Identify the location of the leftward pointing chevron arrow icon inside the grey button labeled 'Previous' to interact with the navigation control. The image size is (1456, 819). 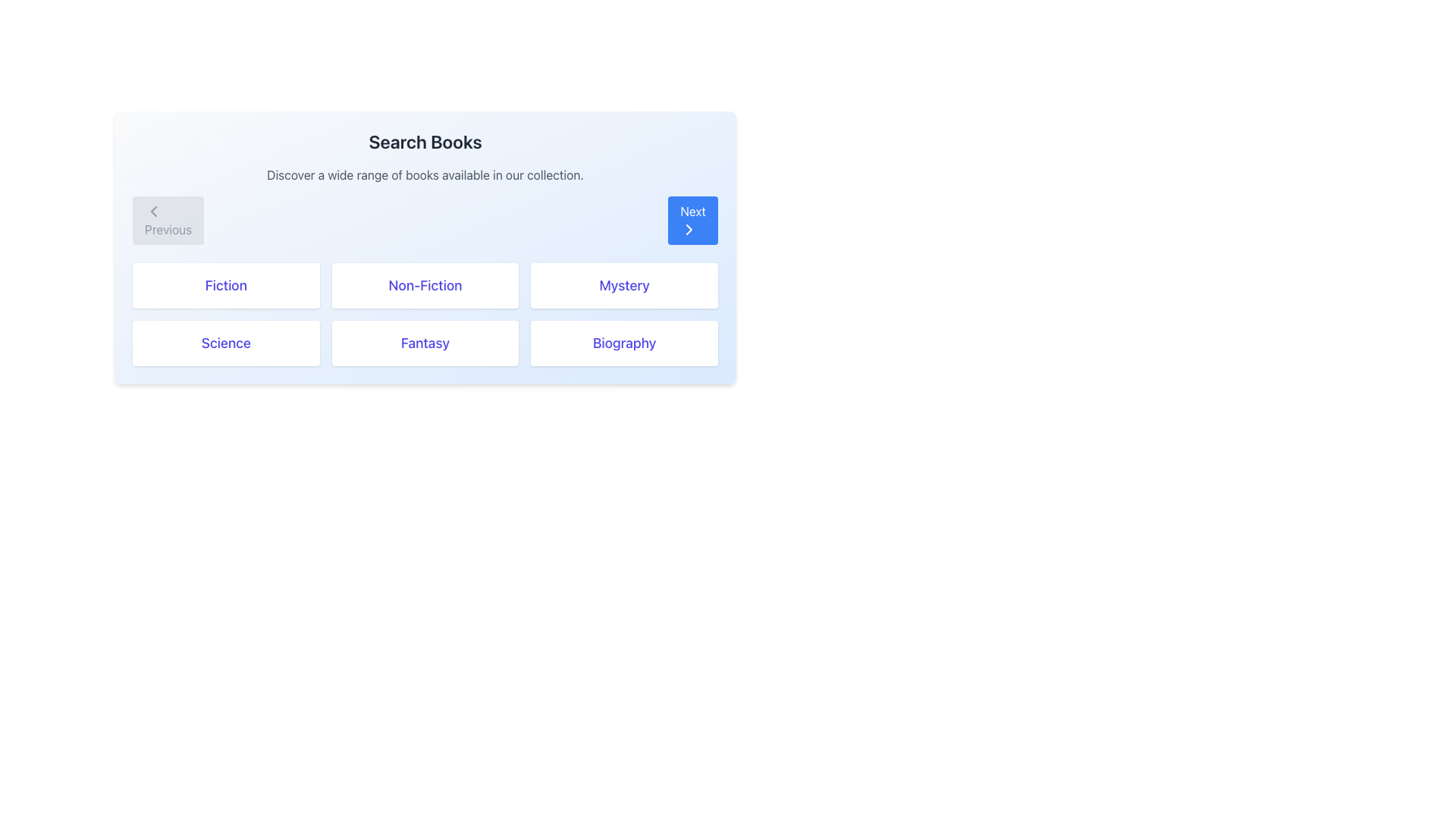
(153, 211).